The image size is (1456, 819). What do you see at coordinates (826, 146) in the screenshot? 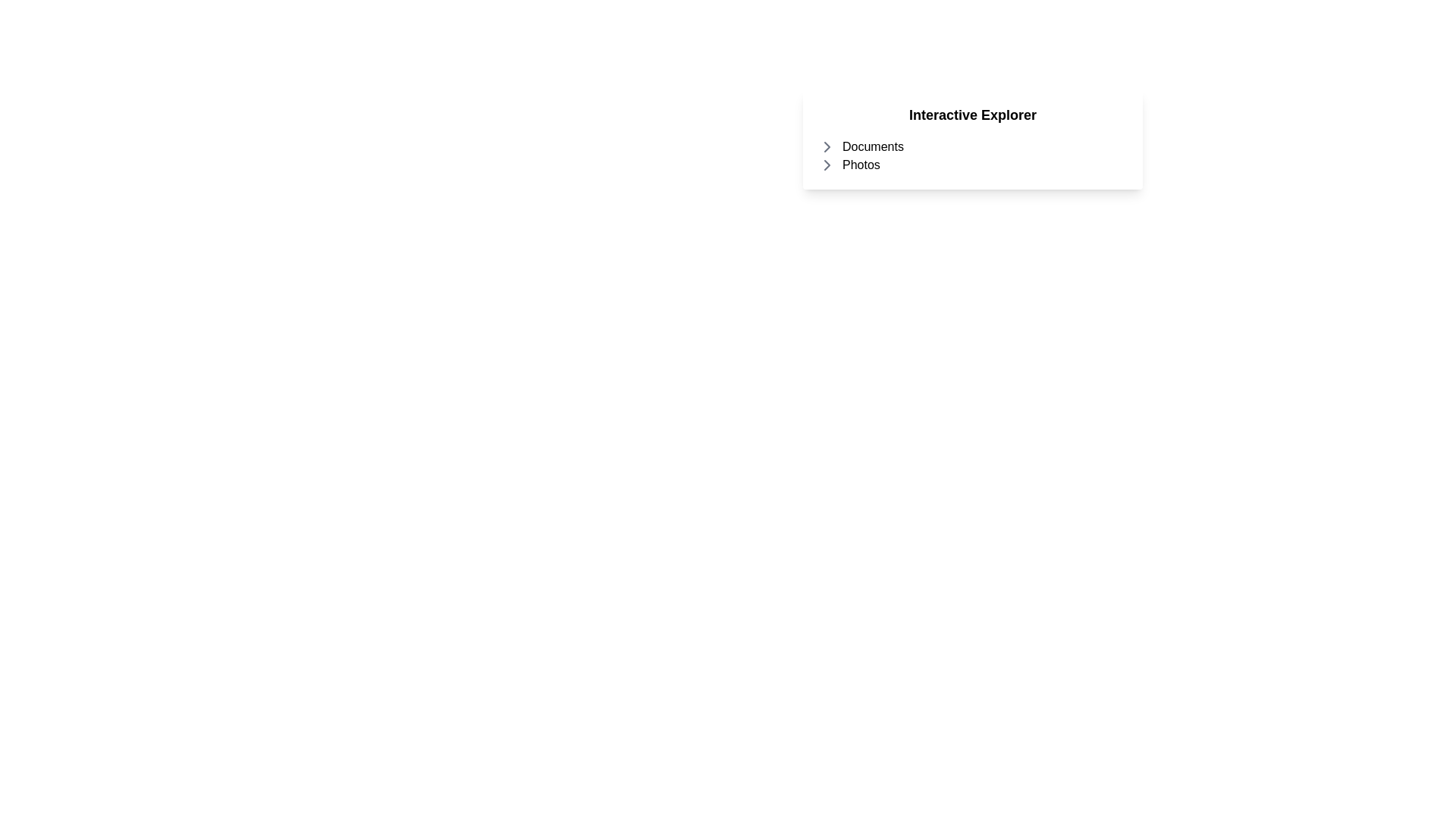
I see `the Right-pointing Arrow Icon located to the center-right of the text 'Documents'` at bounding box center [826, 146].